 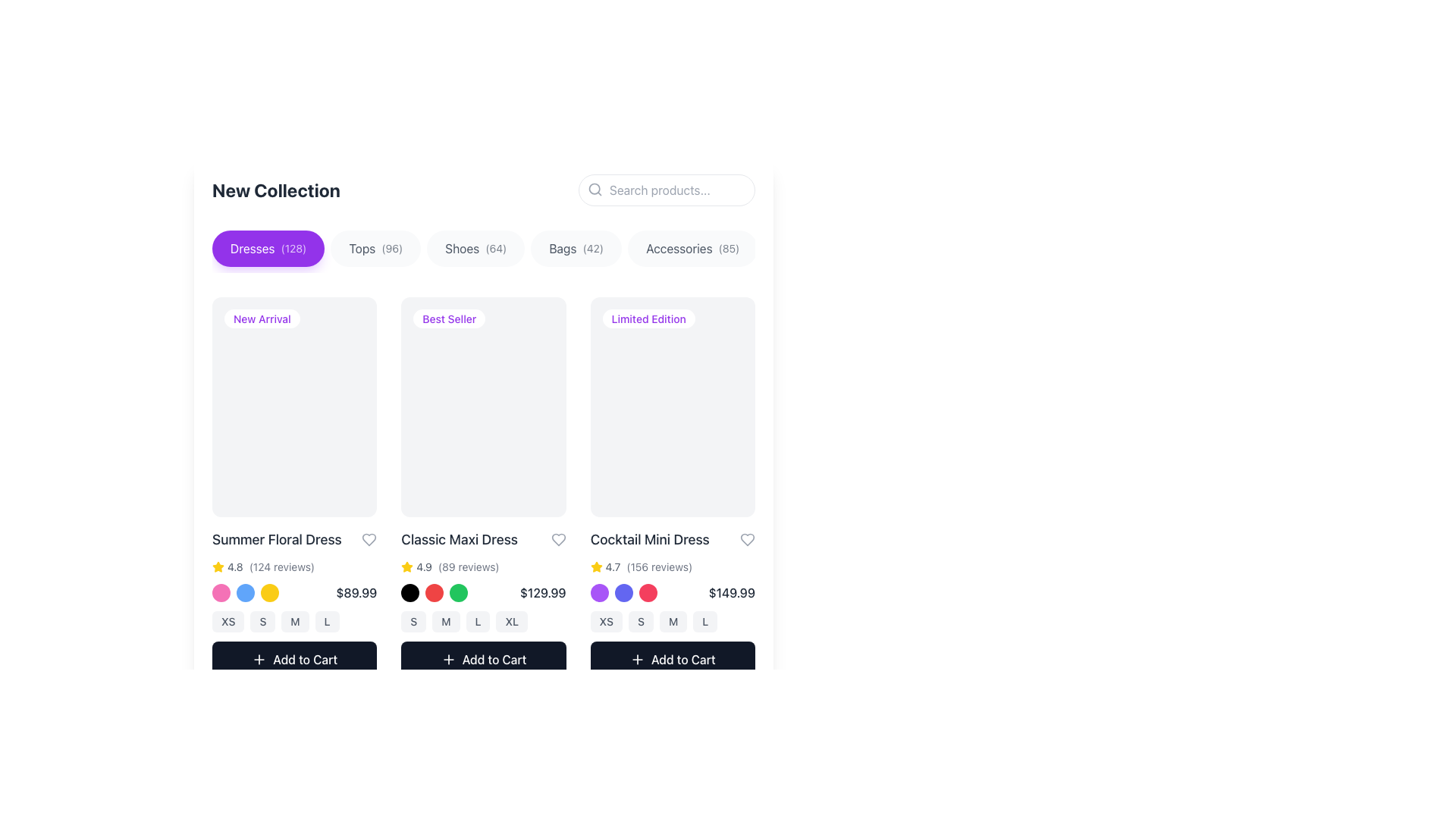 What do you see at coordinates (672, 621) in the screenshot?
I see `the 'M' size button for the 'Cocktail Mini Dress' product, which is the third option in the horizontal list of size options displayed below the product card` at bounding box center [672, 621].